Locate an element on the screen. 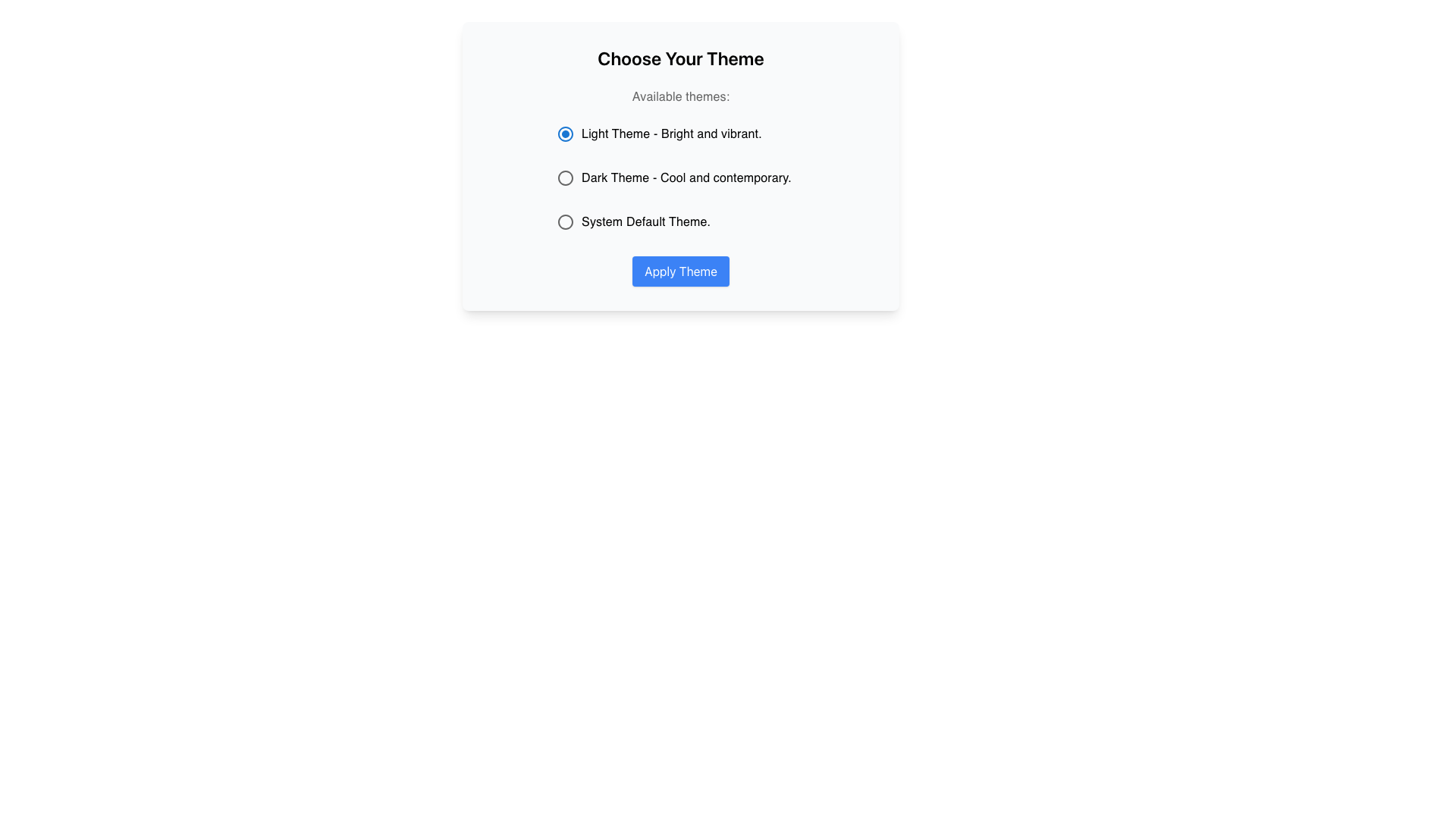 The width and height of the screenshot is (1456, 819). the Selection Indicator that indicates the 'Light Theme - Bright and vibrant' option is currently selected, located at the center of the associated radio button is located at coordinates (565, 133).